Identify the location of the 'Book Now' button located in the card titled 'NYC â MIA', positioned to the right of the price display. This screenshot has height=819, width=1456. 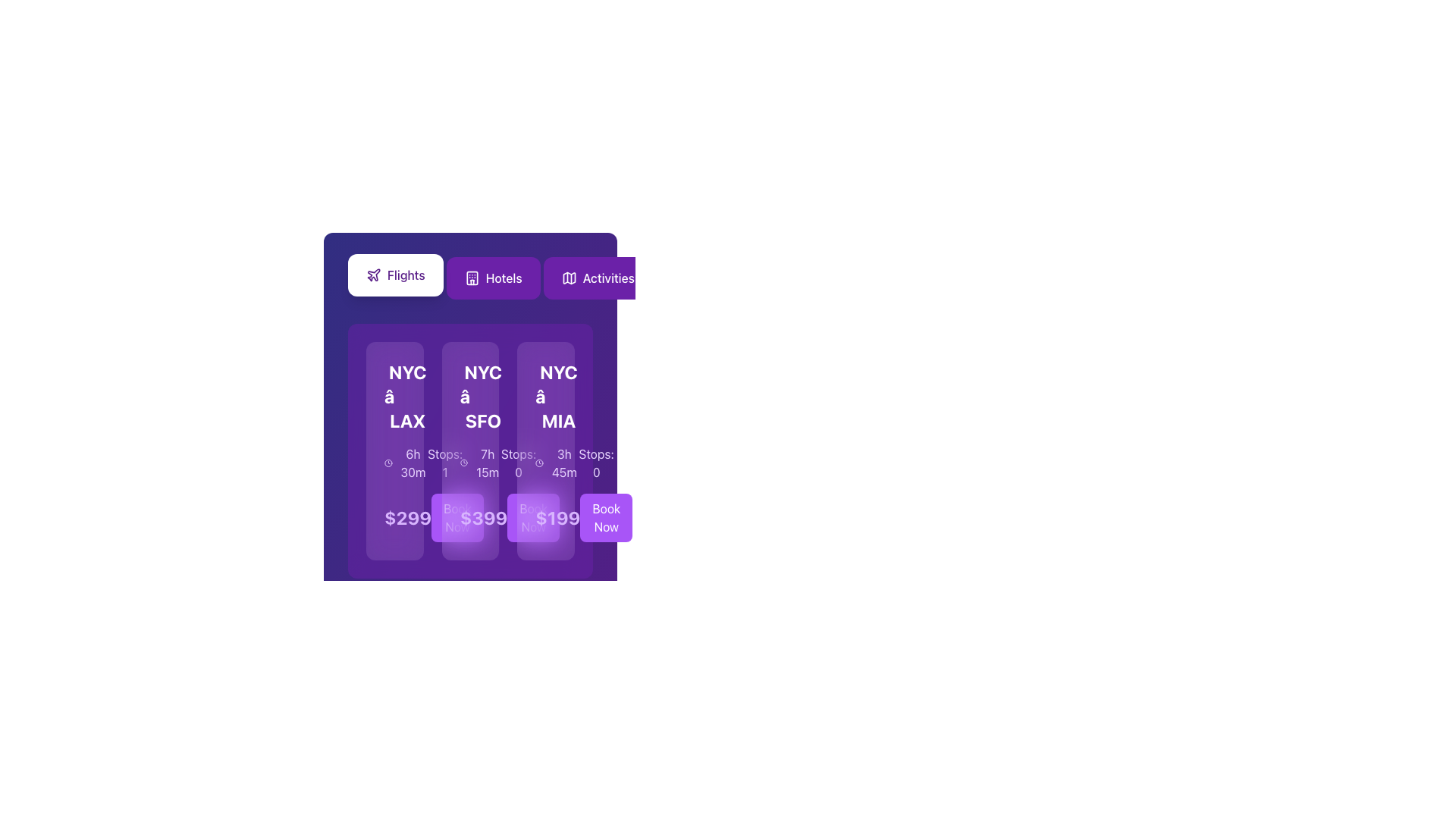
(546, 516).